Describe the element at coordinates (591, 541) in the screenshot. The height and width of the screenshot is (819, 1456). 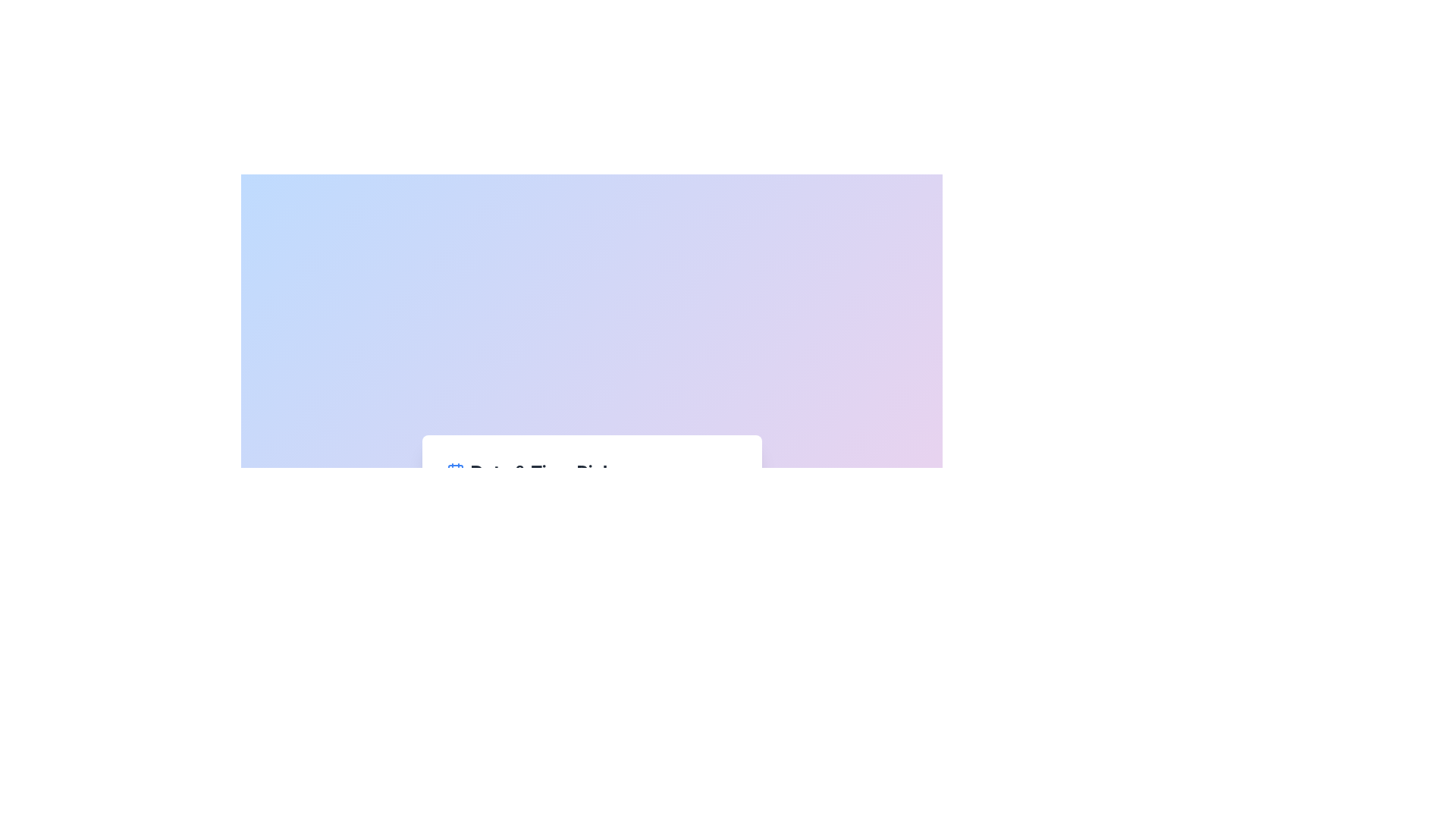
I see `the dropdown menu labeled 'Select Date'` at that location.